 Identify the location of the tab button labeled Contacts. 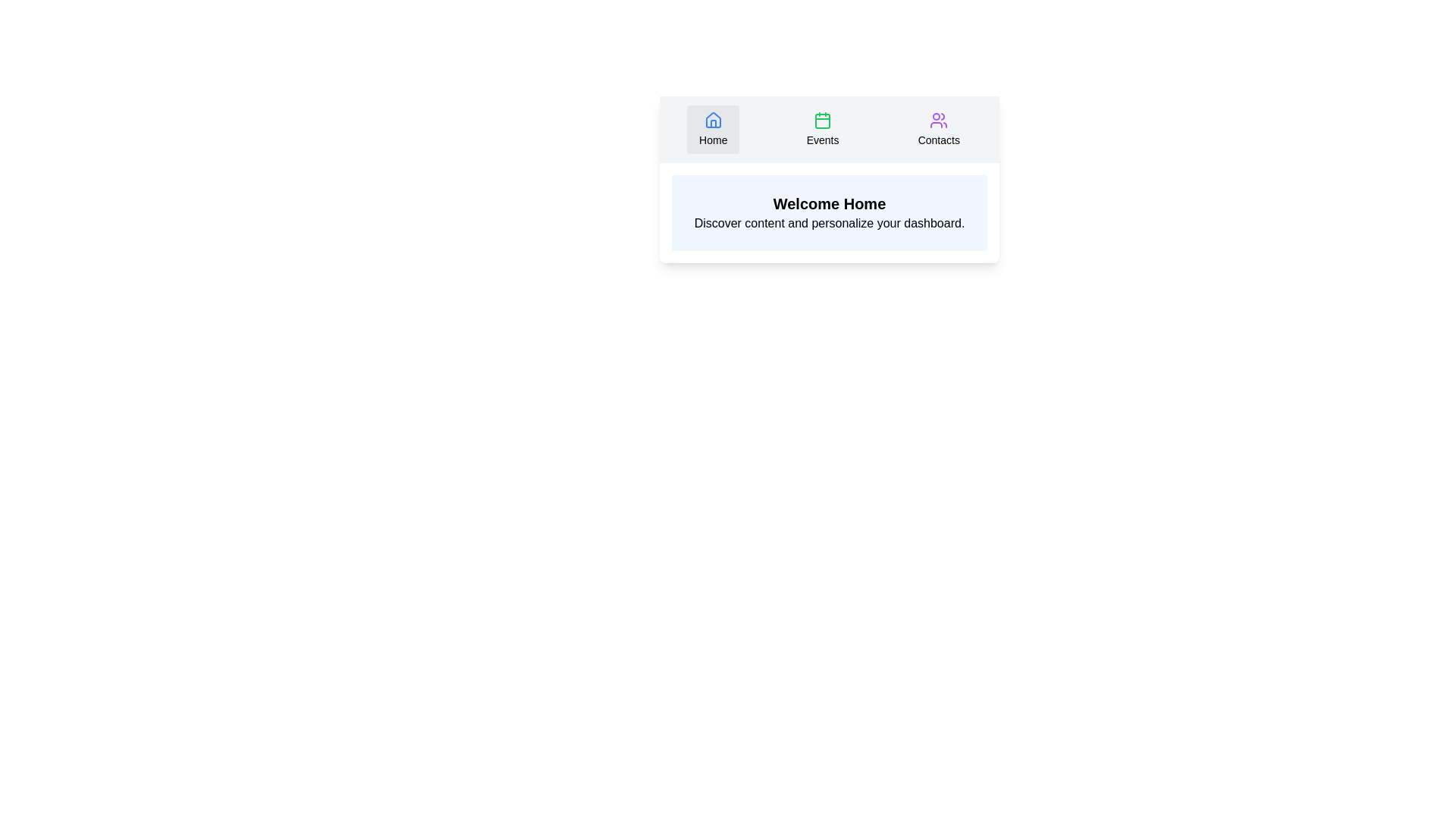
(938, 128).